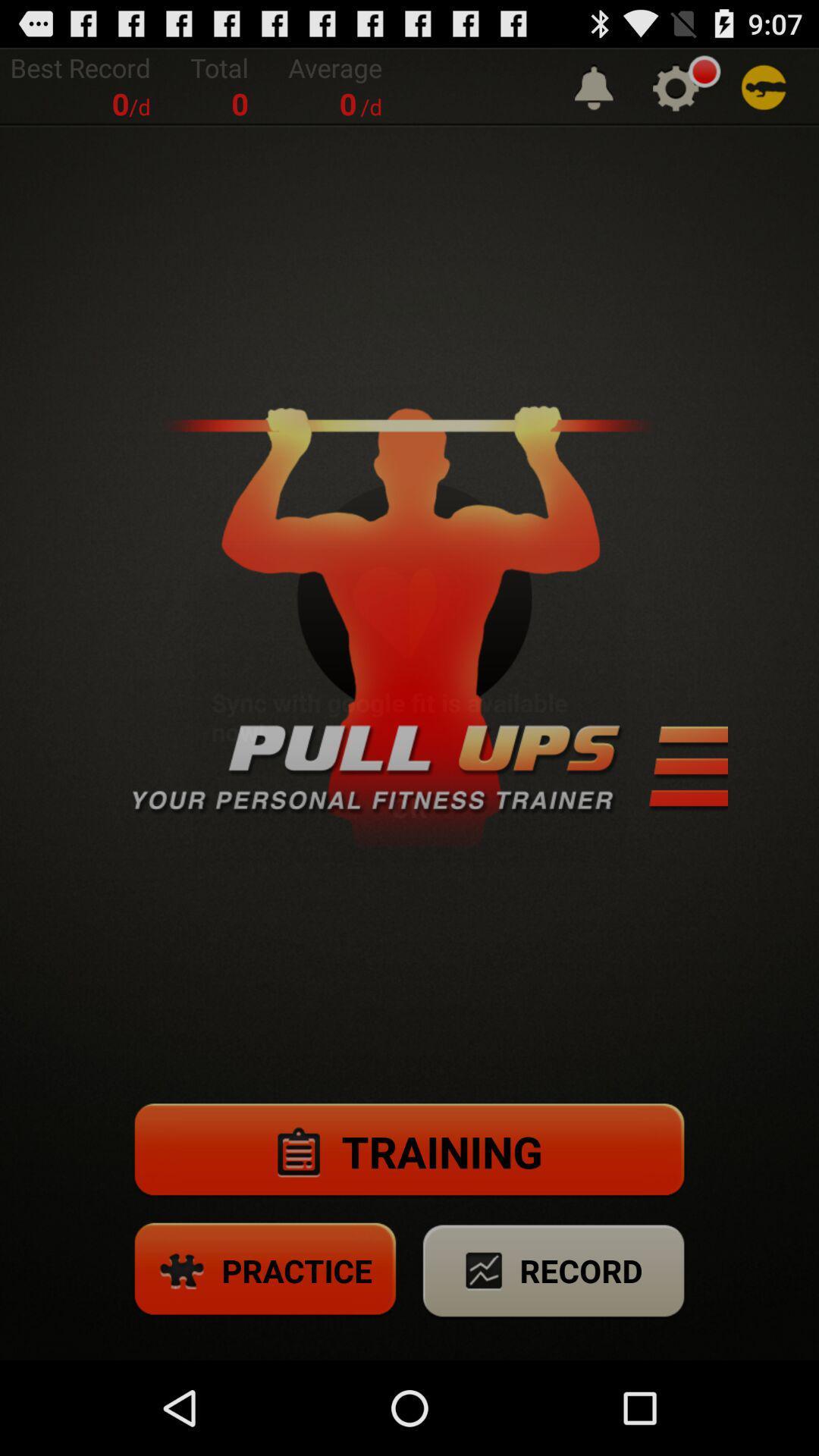 This screenshot has height=1456, width=819. I want to click on get new content notifications, so click(593, 86).